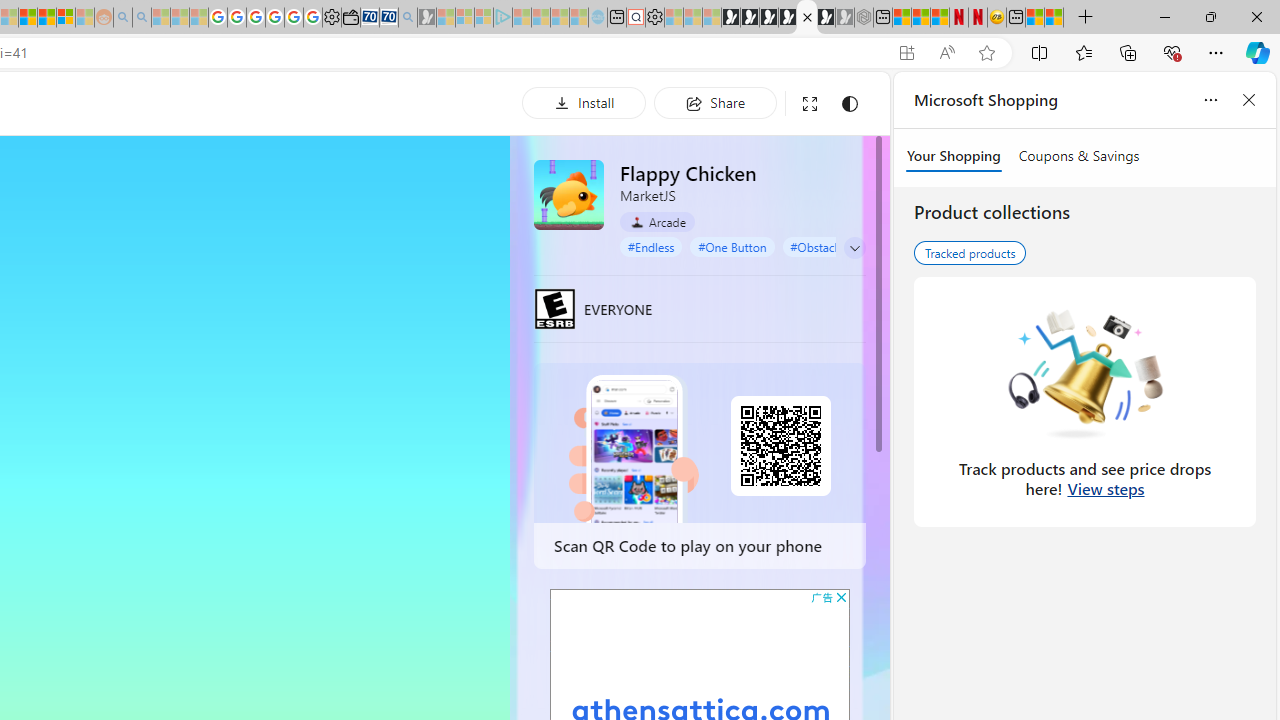  Describe the element at coordinates (567, 194) in the screenshot. I see `'Flappy Chicken'` at that location.